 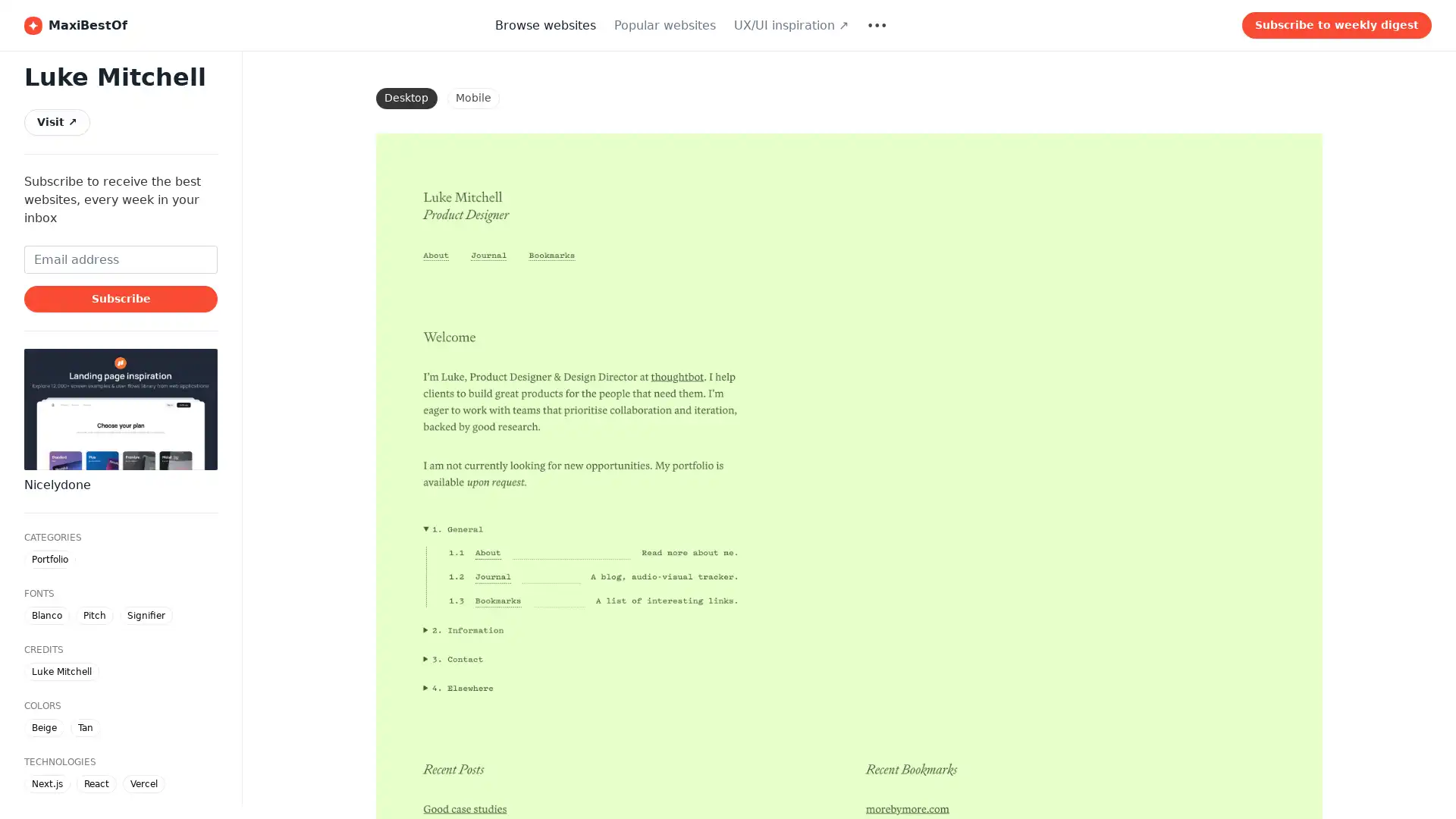 I want to click on Subscribe to weekly digest, so click(x=1336, y=25).